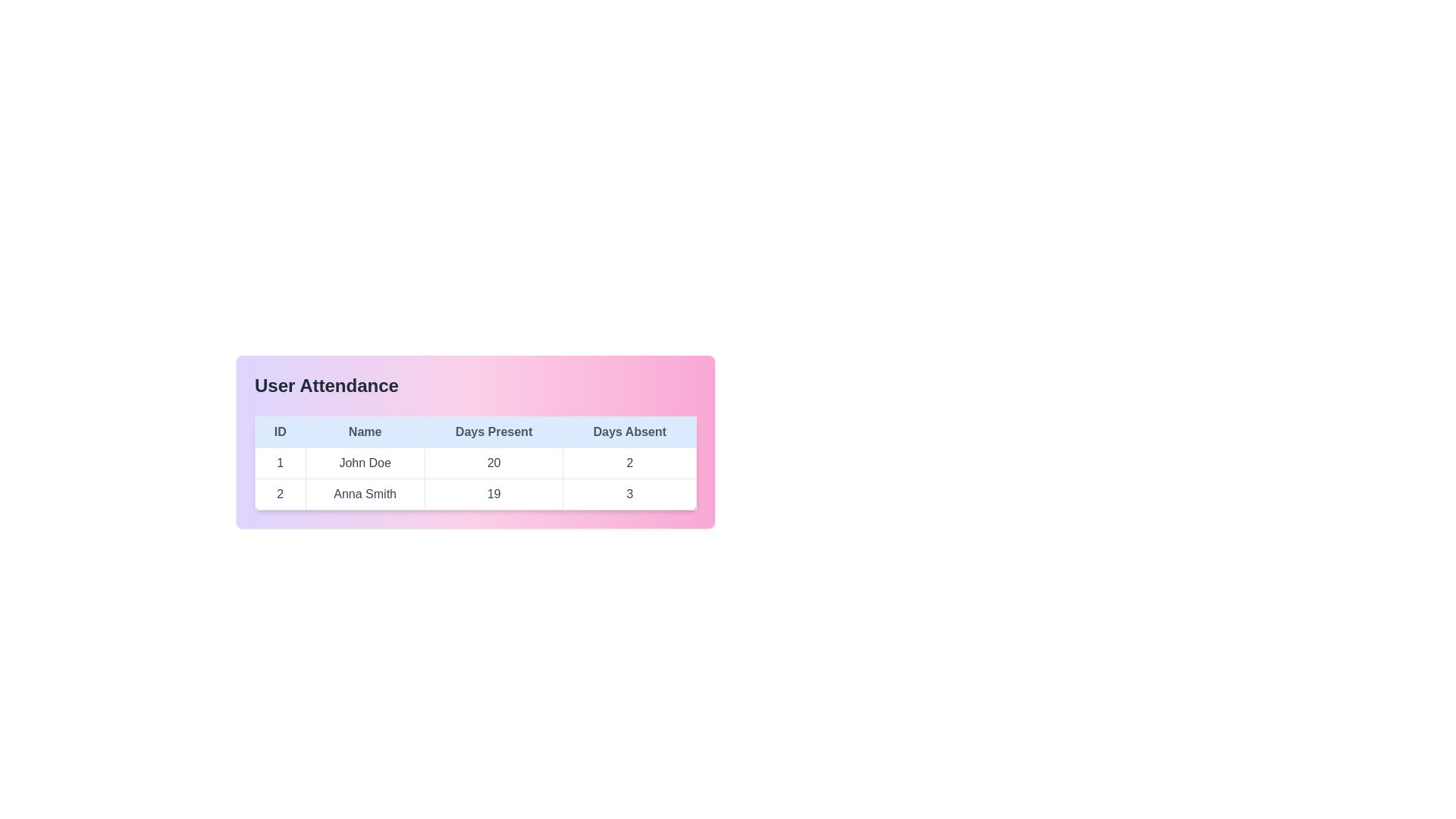  I want to click on the numeric label '2' located in the 'ID' column of the second row in the User Attendance table, so click(280, 494).